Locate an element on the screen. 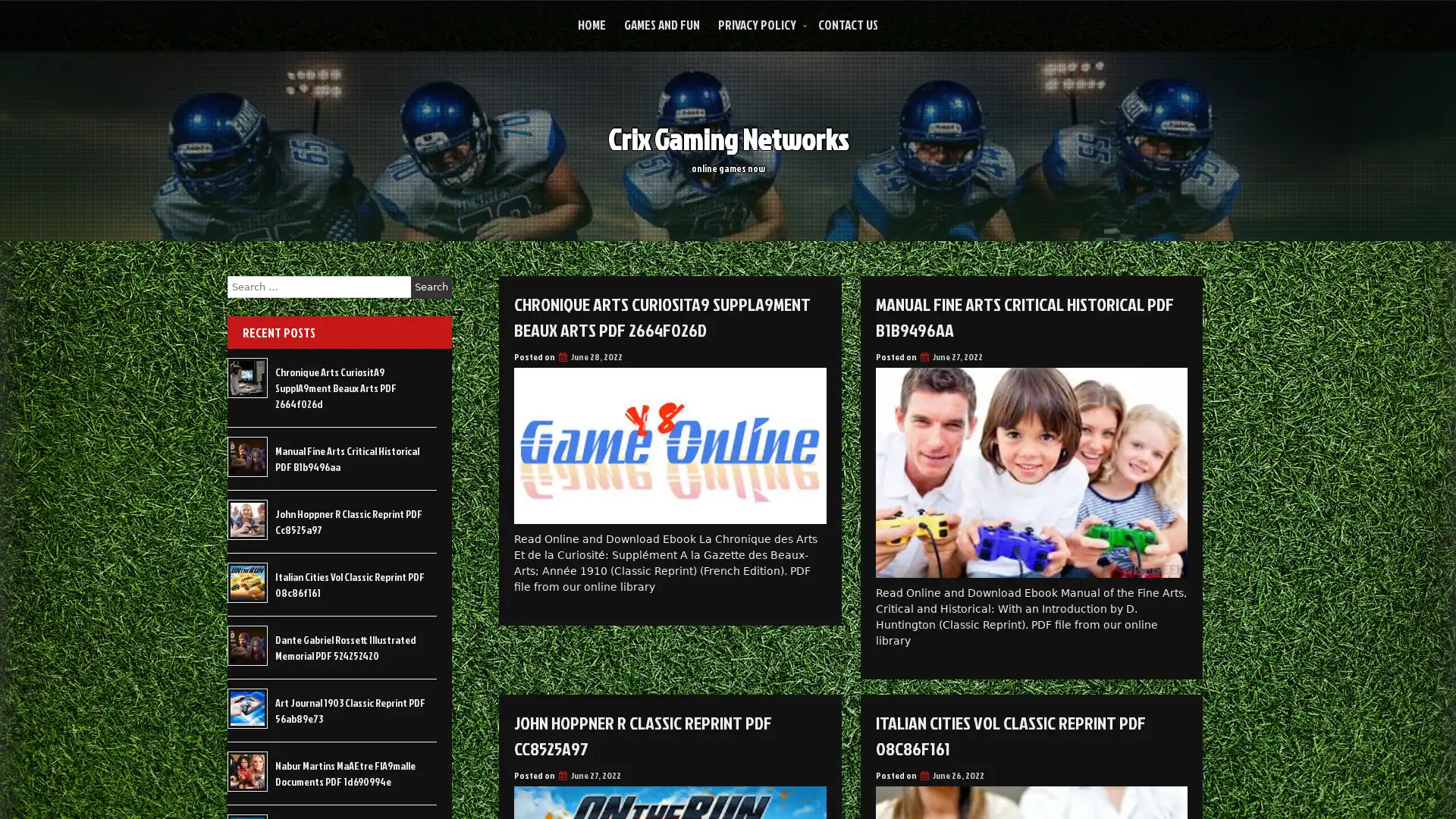 This screenshot has width=1456, height=819. Search is located at coordinates (431, 287).